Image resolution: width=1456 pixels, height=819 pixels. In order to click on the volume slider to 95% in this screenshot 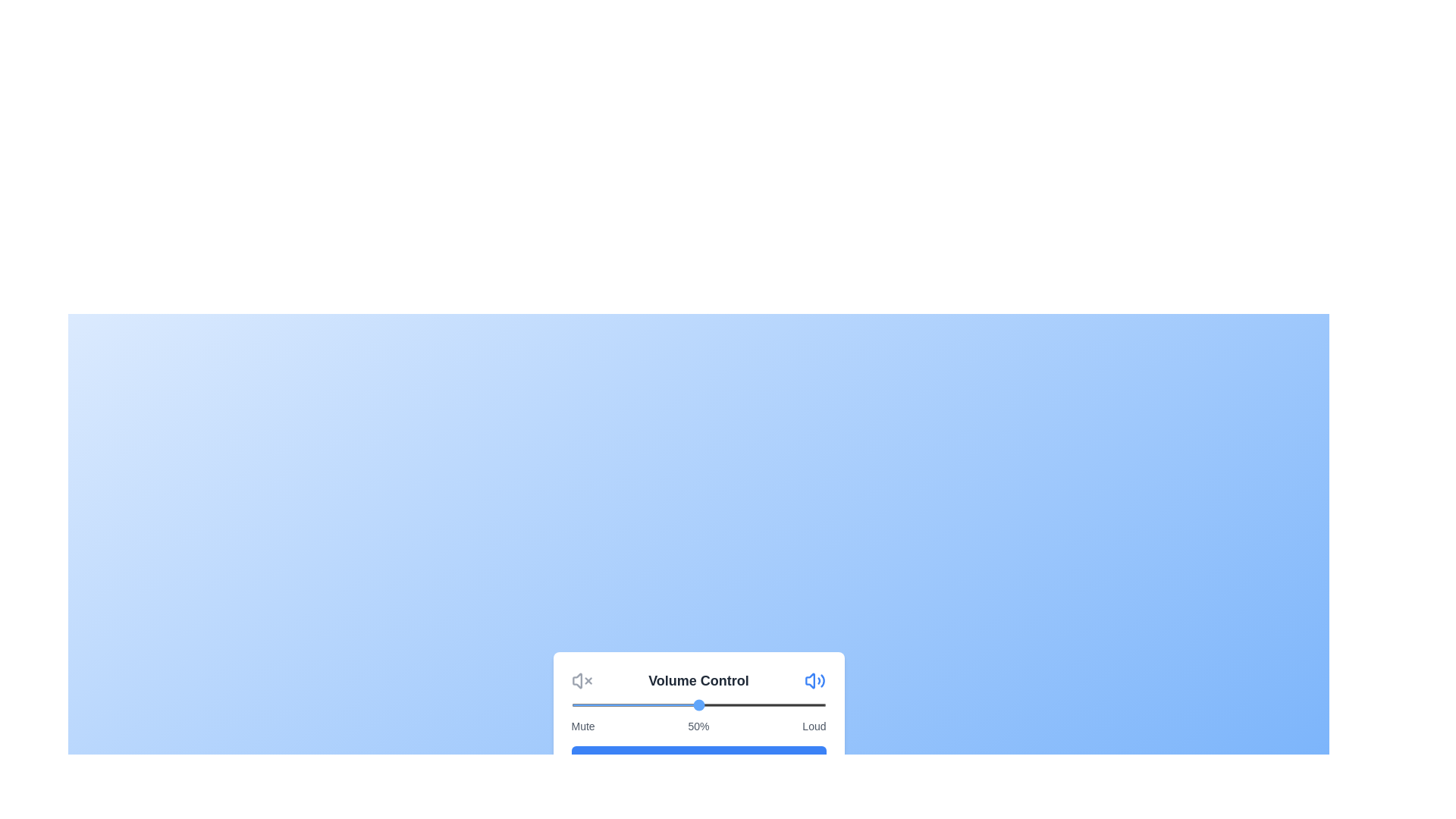, I will do `click(812, 704)`.